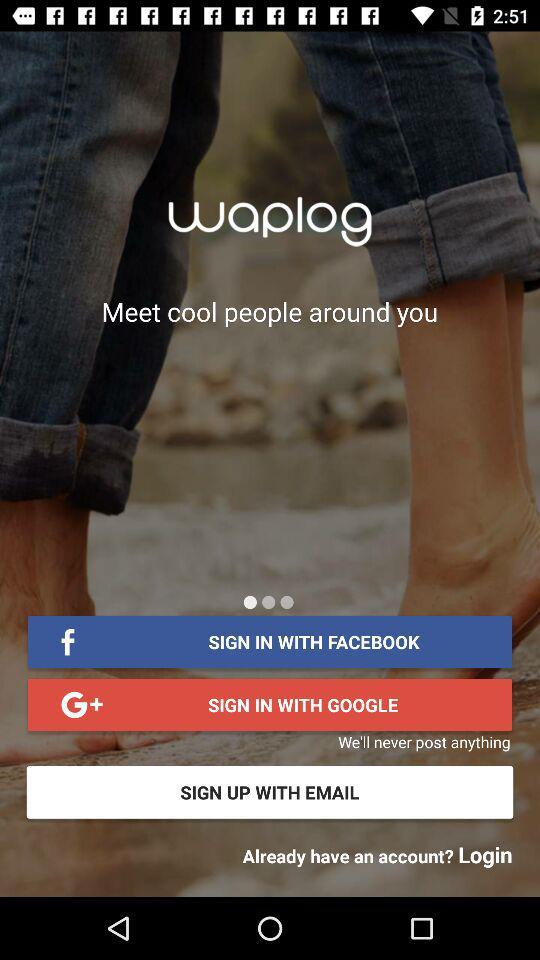  I want to click on item below the sign up with item, so click(377, 853).